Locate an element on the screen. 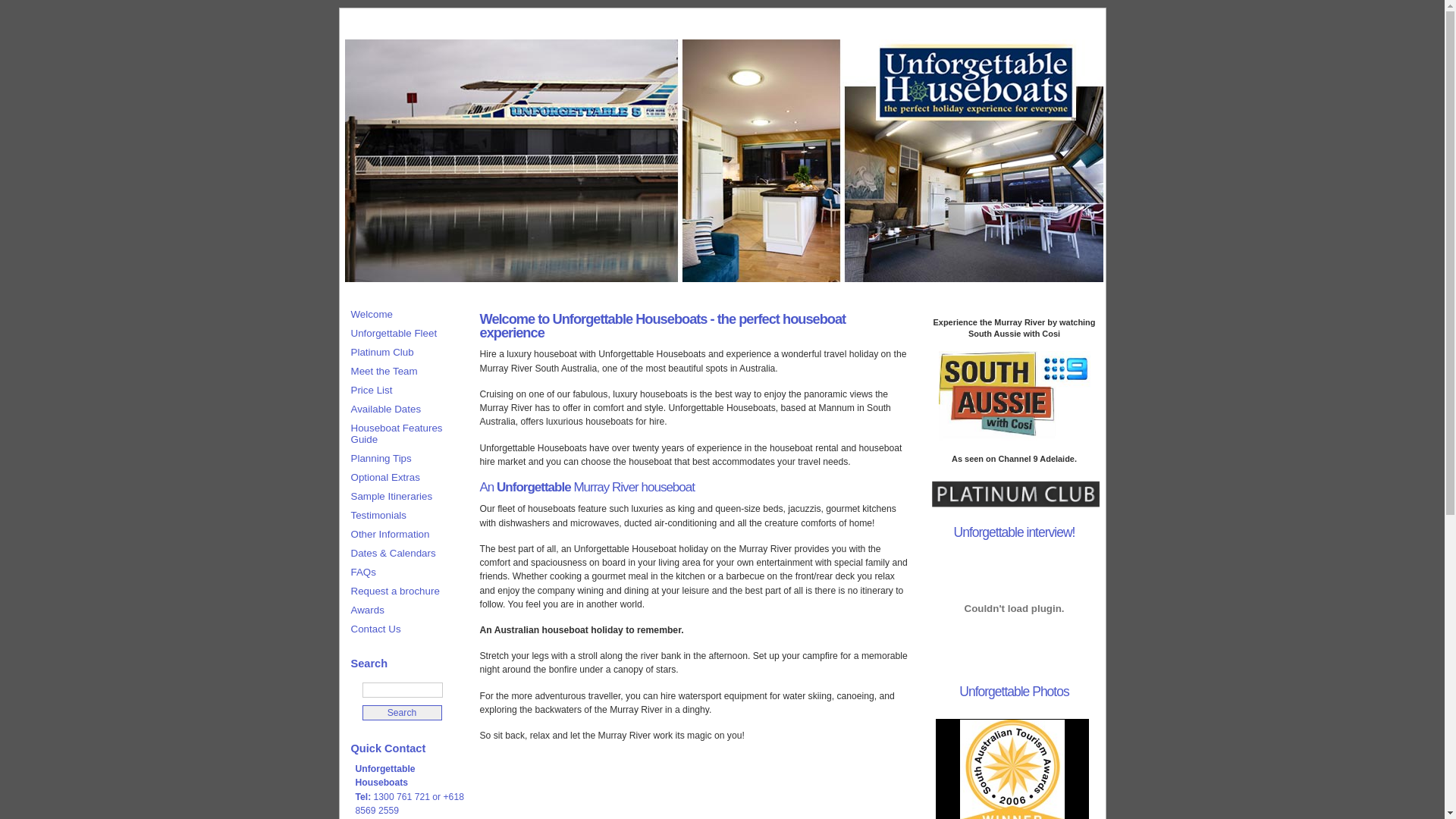  'Awards' is located at coordinates (405, 609).